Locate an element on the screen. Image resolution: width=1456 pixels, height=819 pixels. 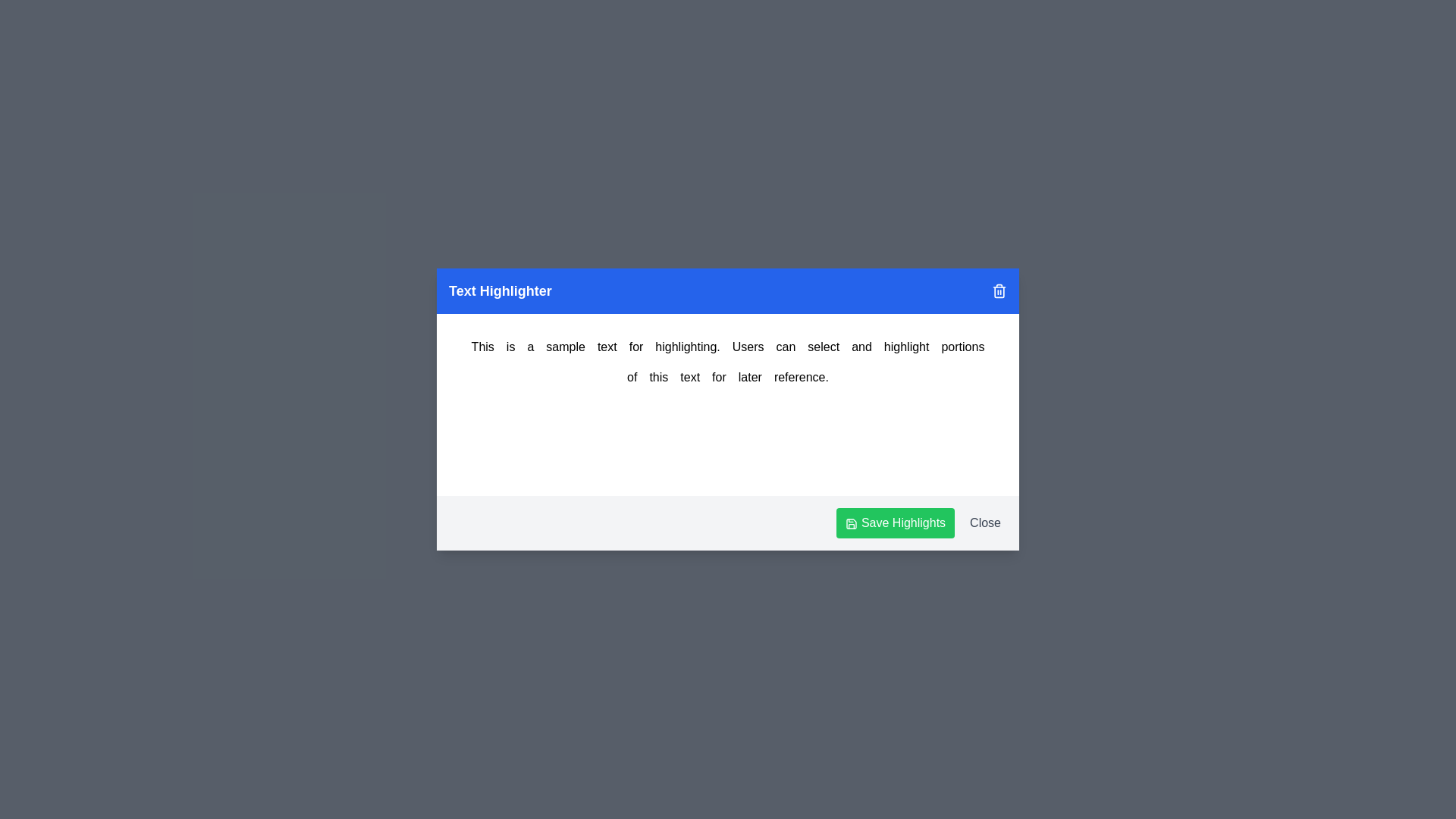
the word 'a' by clicking on it is located at coordinates (530, 347).